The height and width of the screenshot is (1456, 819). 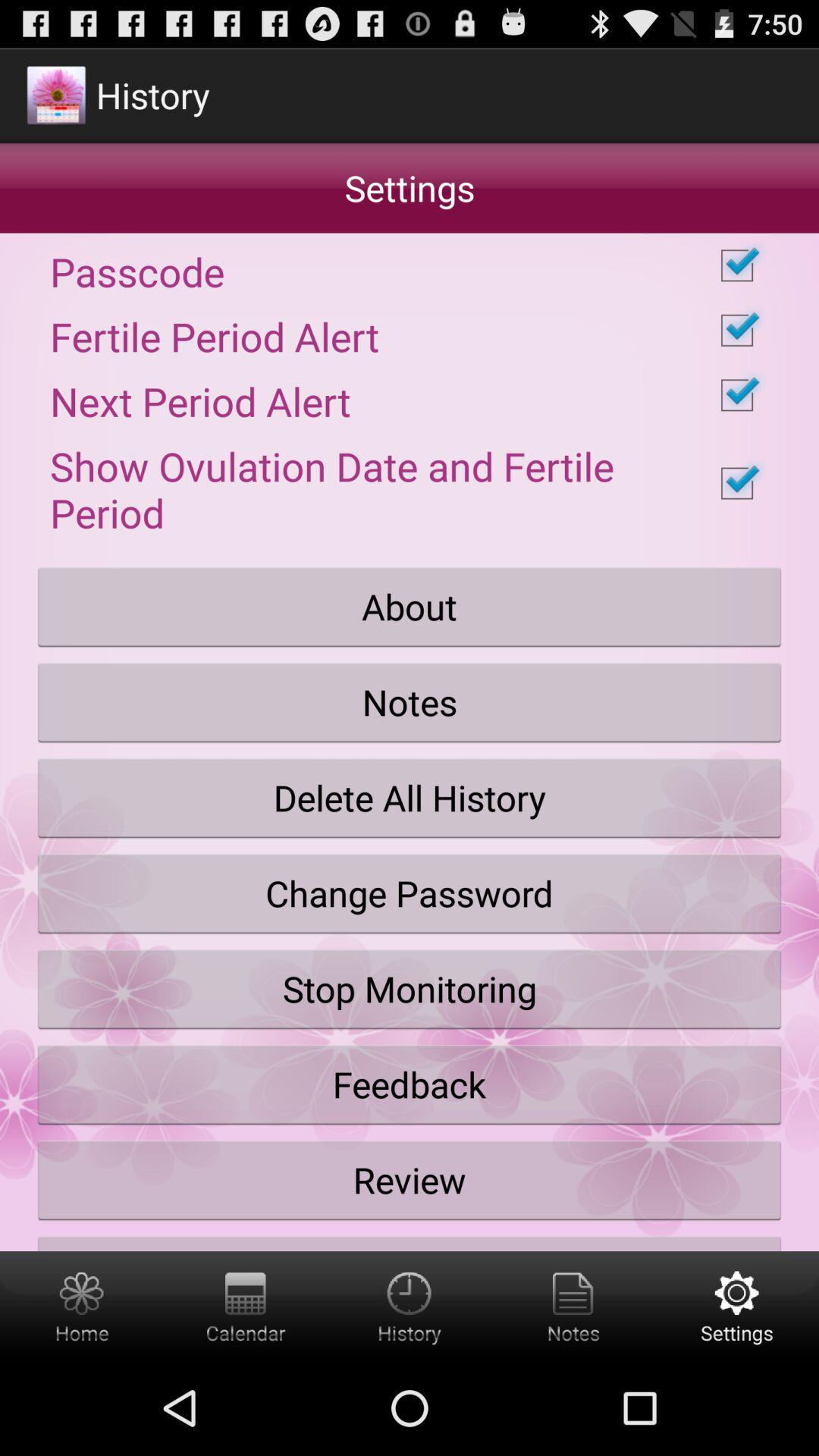 What do you see at coordinates (409, 797) in the screenshot?
I see `the icon above change password button` at bounding box center [409, 797].